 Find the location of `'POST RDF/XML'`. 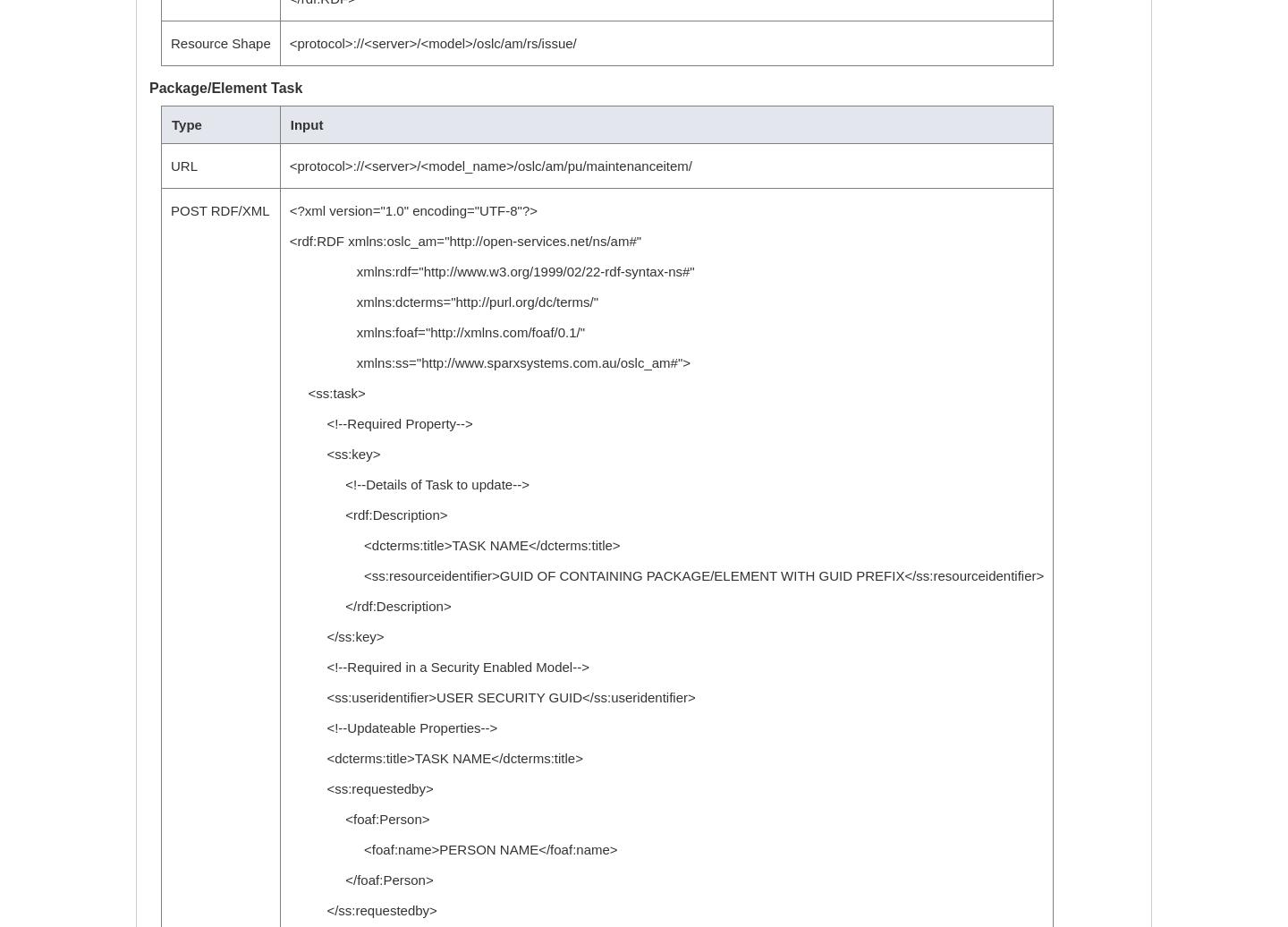

'POST RDF/XML' is located at coordinates (218, 210).